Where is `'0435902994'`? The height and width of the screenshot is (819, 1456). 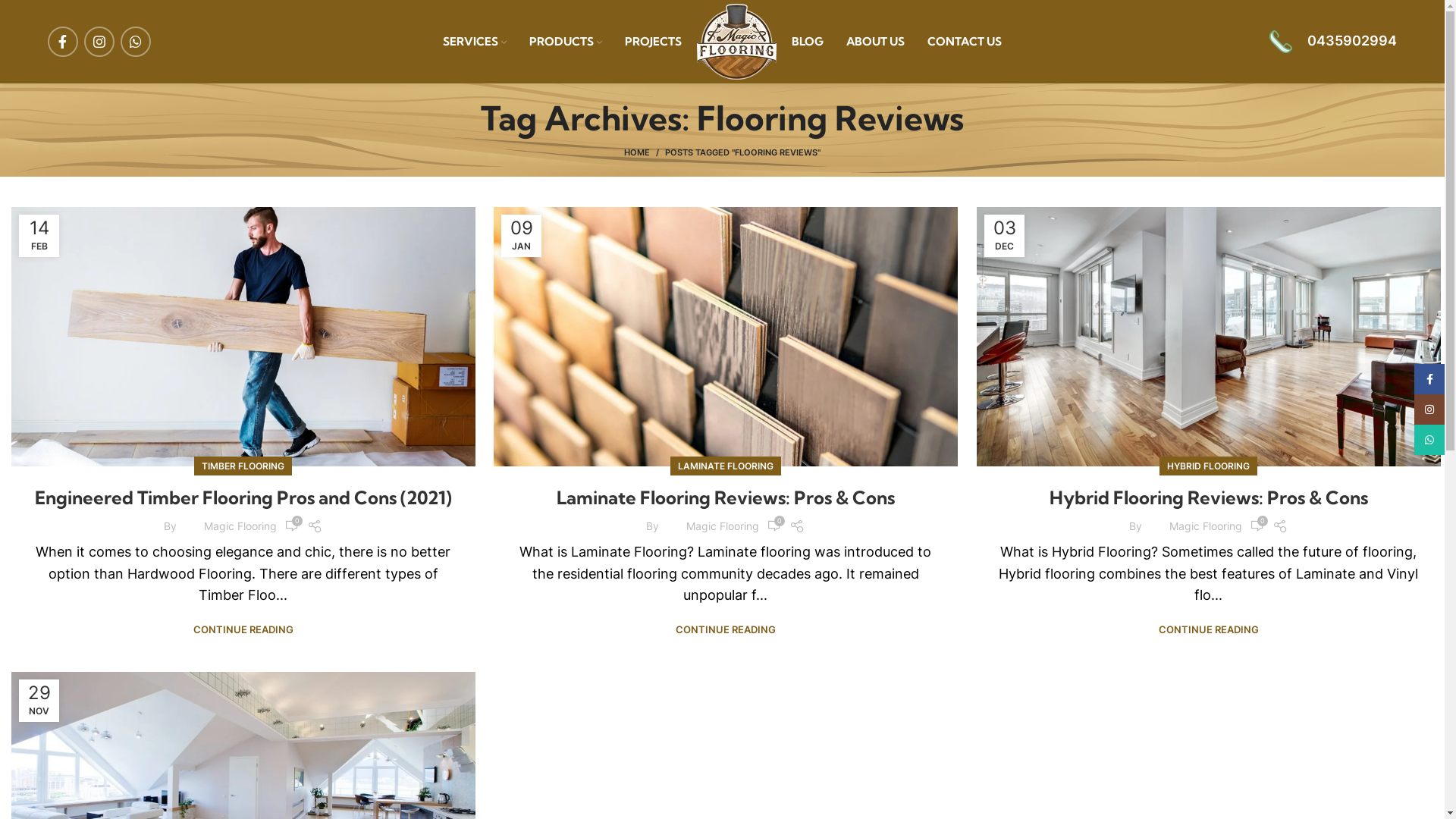 '0435902994' is located at coordinates (1332, 40).